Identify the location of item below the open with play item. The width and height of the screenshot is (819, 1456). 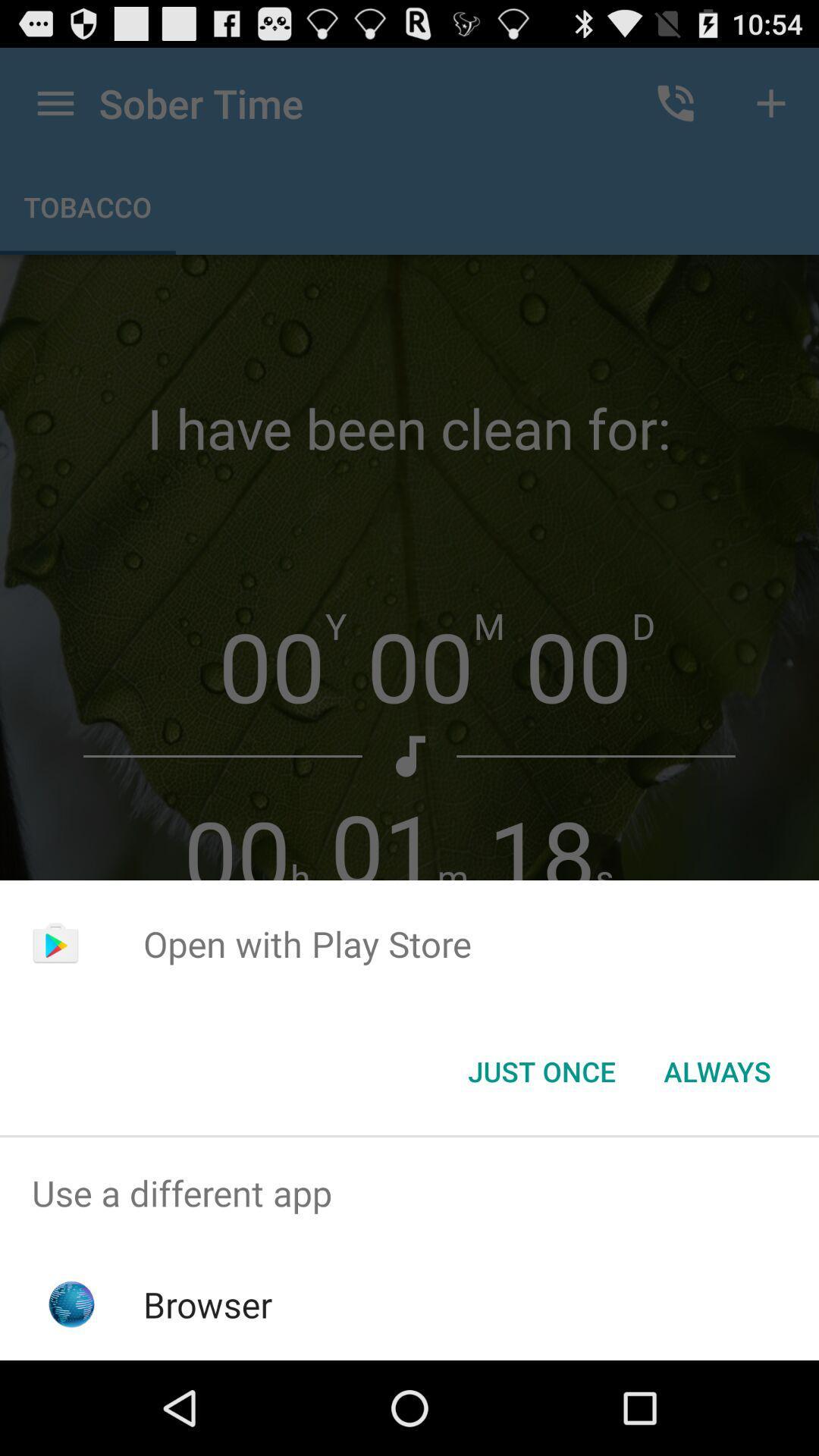
(717, 1070).